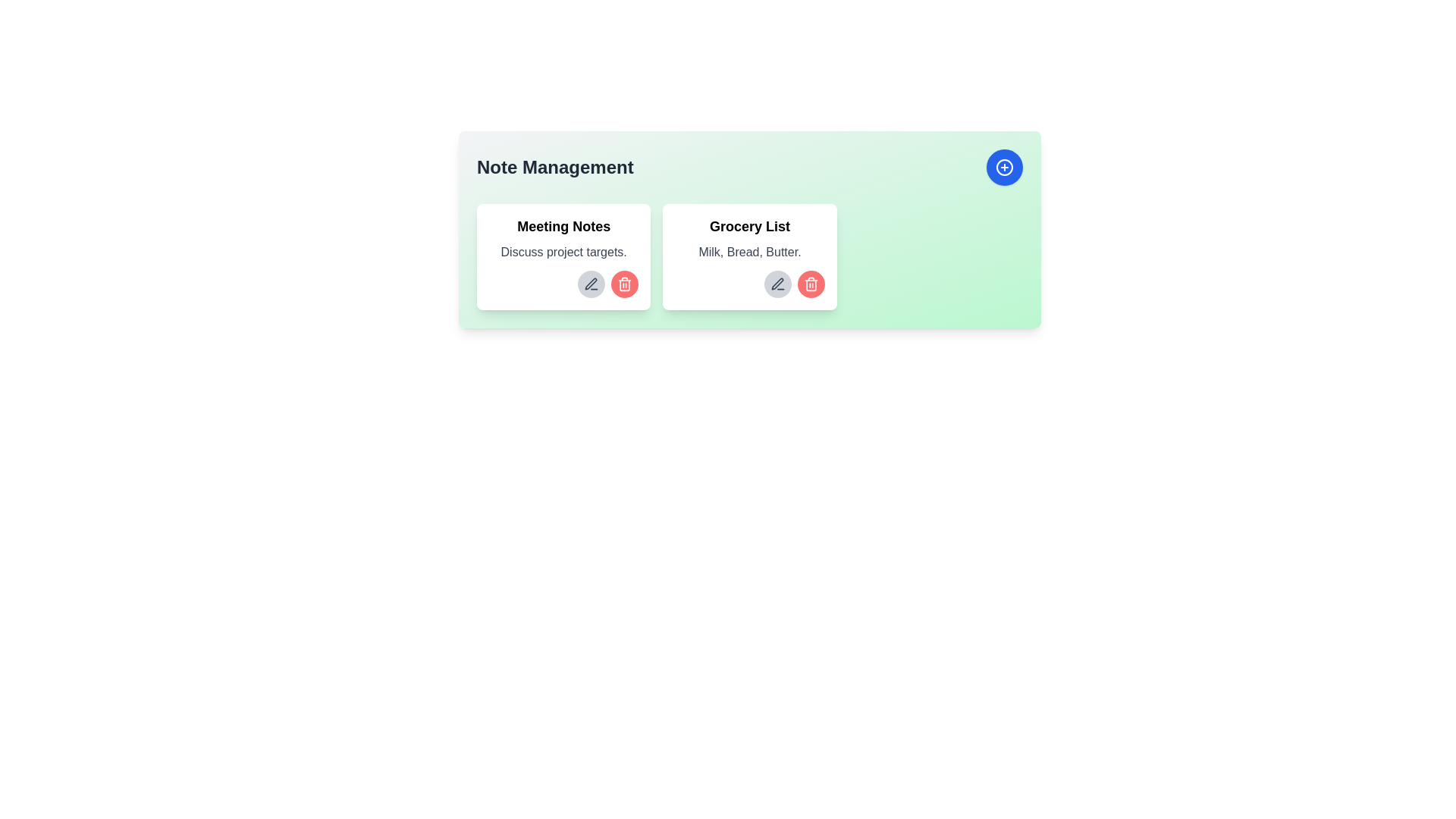 This screenshot has height=819, width=1456. I want to click on the delete button located in the bottom-right corner of the 'Grocery List' card to initiate a delete action, so click(810, 284).